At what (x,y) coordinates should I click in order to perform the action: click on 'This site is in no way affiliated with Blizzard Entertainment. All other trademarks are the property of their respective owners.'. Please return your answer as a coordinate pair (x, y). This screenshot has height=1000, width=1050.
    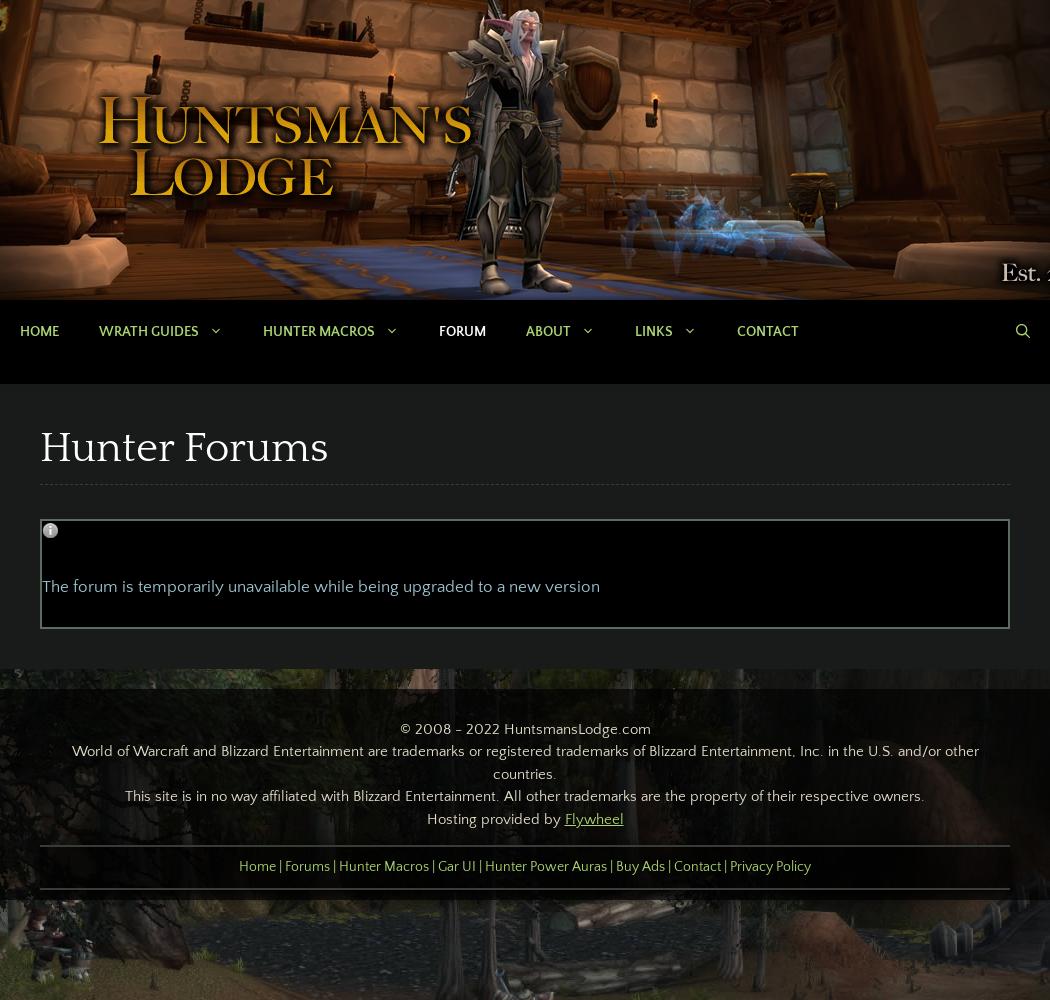
    Looking at the image, I should click on (525, 796).